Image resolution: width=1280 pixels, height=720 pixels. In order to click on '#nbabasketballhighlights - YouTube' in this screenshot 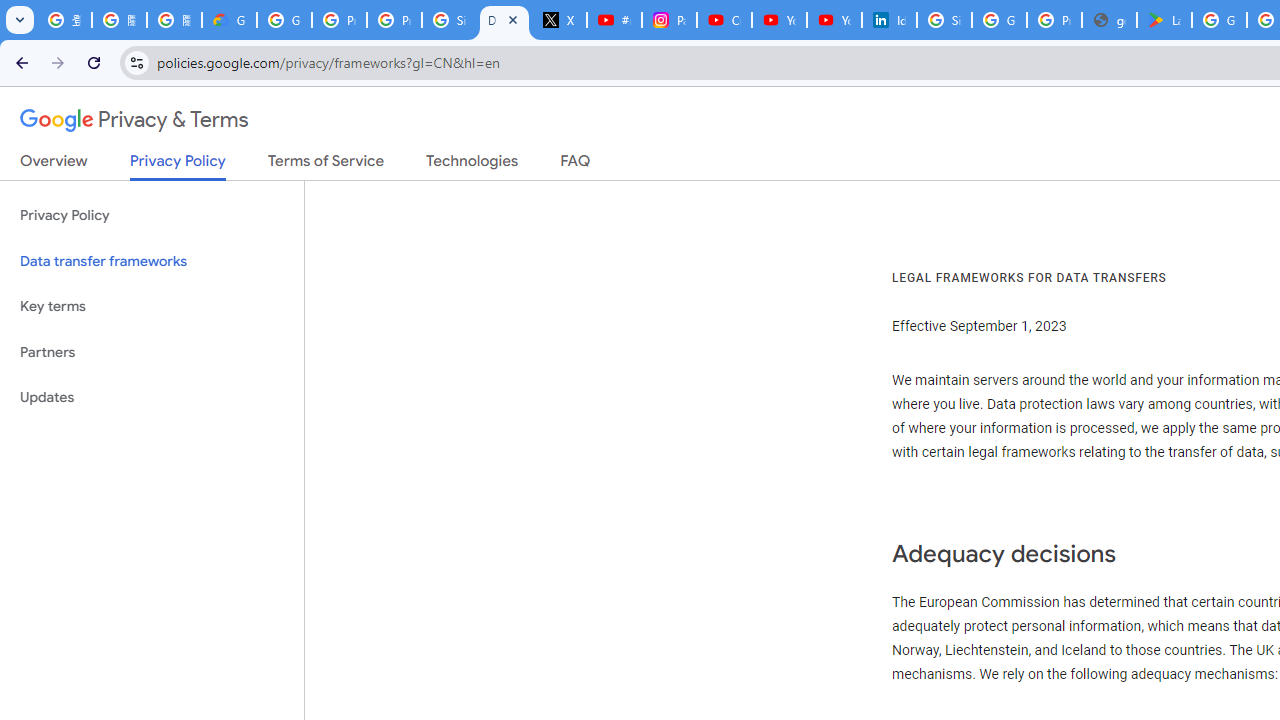, I will do `click(614, 20)`.